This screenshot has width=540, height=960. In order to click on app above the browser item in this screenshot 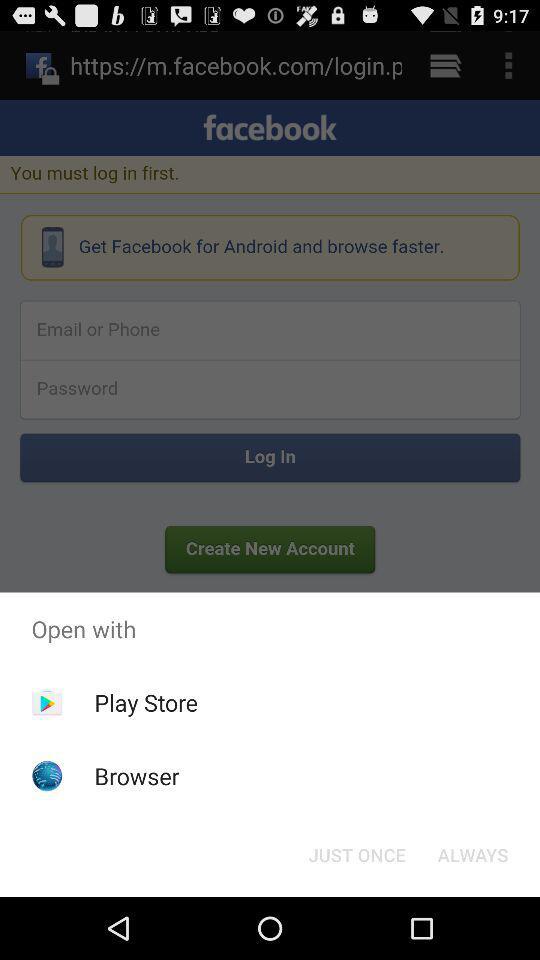, I will do `click(145, 702)`.